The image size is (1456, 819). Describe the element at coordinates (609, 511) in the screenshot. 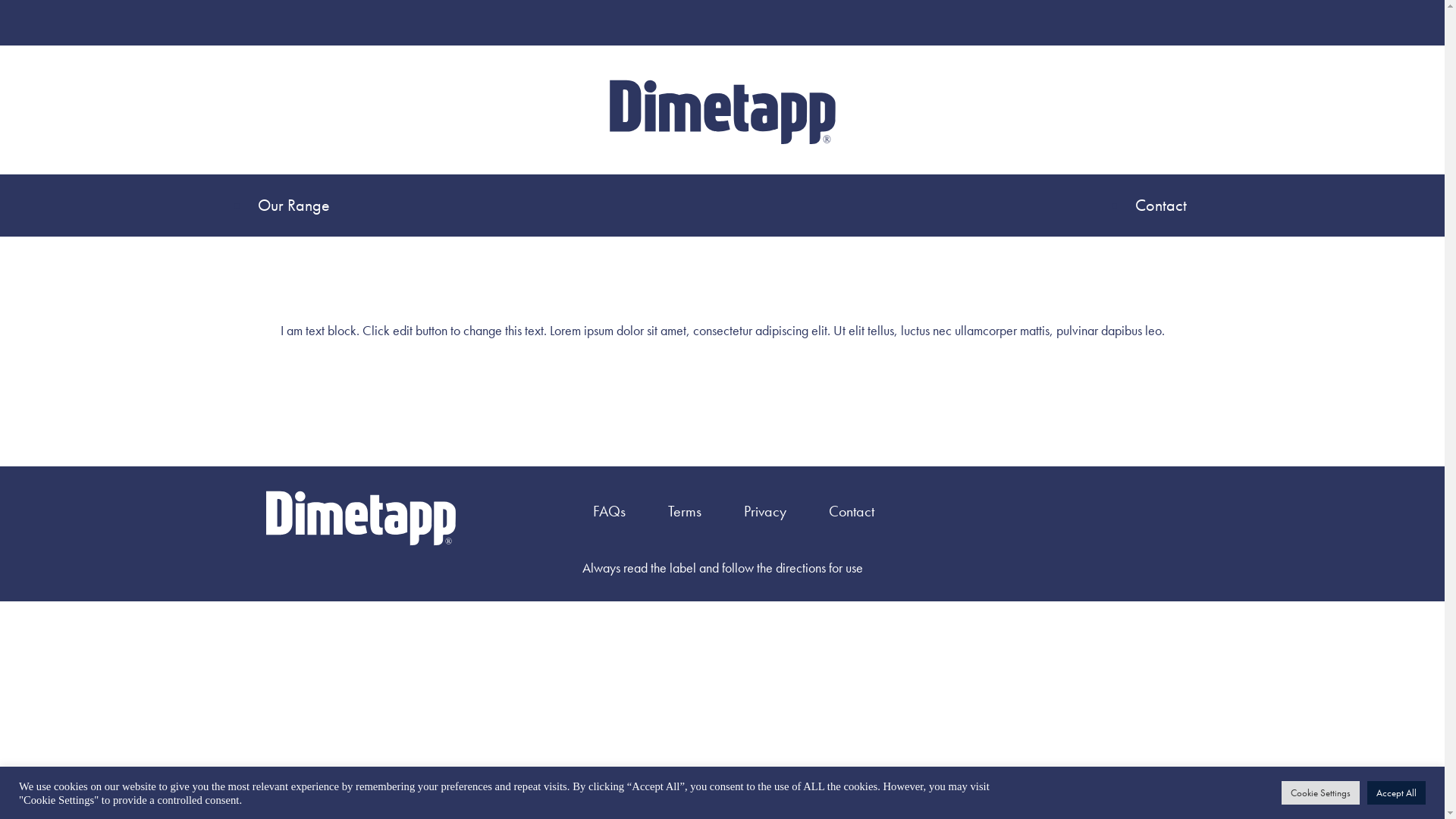

I see `'FAQs'` at that location.